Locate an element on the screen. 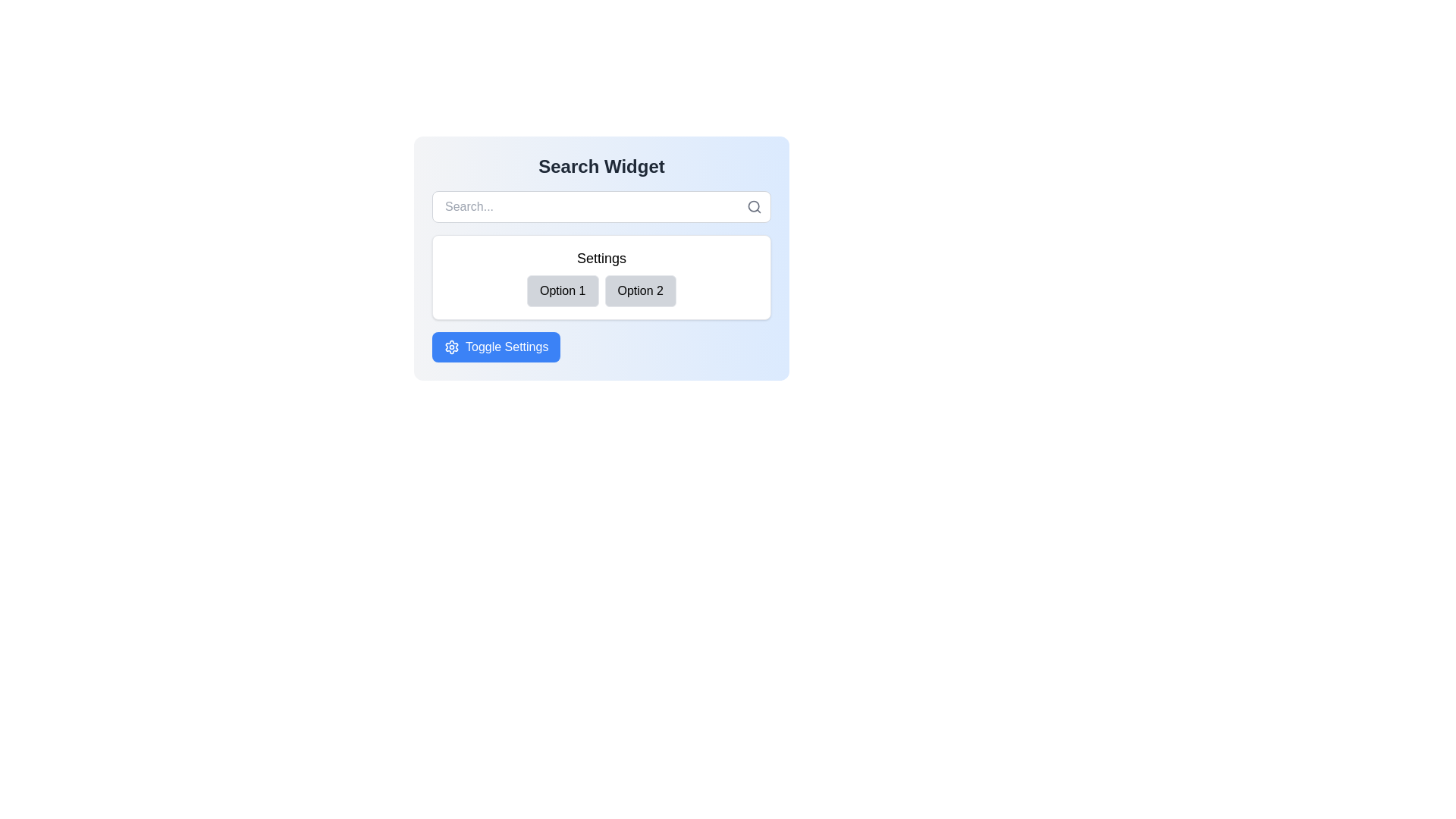 This screenshot has height=819, width=1456. the cogwheel icon with a blue background that is located to the left of the text 'Toggle Settings' within a rectangular button in the bottom-left portion of the card layout is located at coordinates (450, 347).